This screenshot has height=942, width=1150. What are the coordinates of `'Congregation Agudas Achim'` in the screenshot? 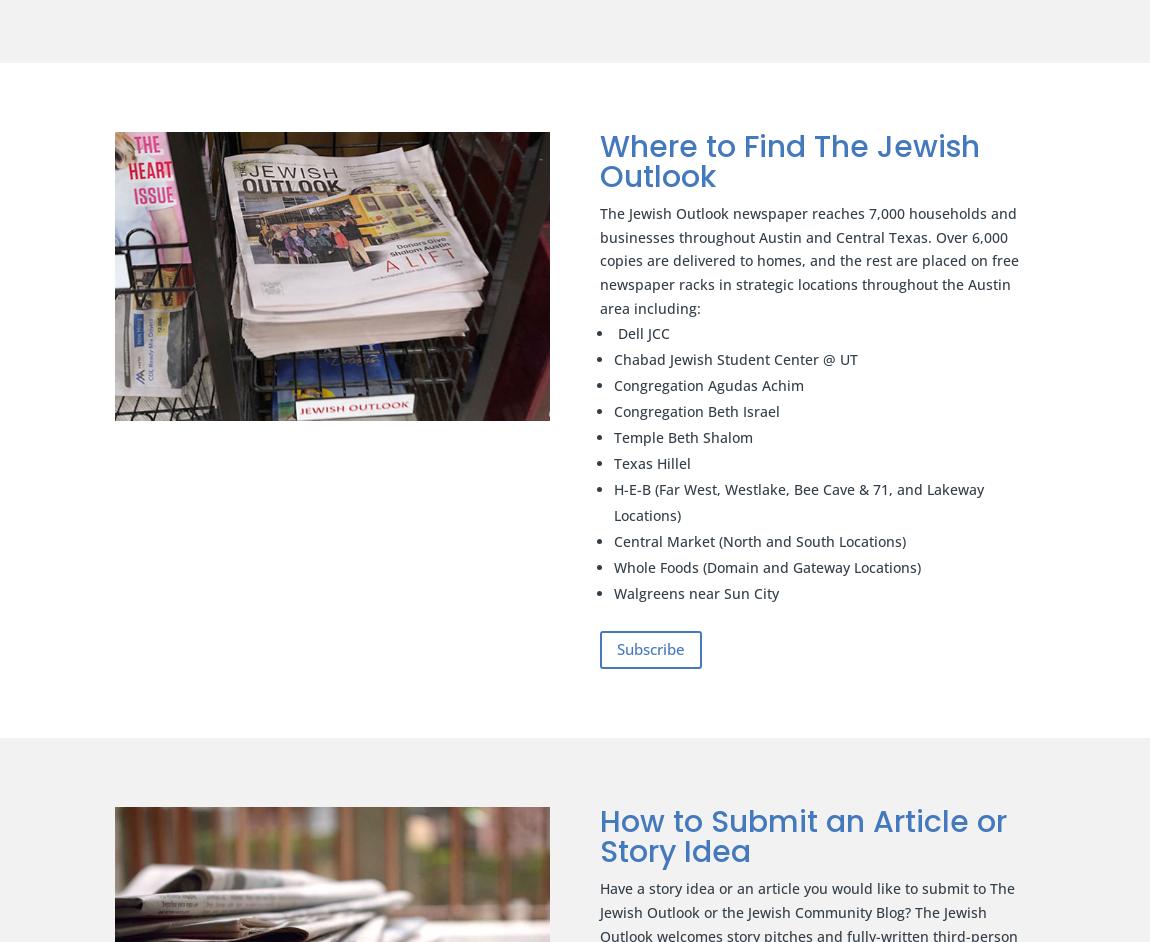 It's located at (707, 384).